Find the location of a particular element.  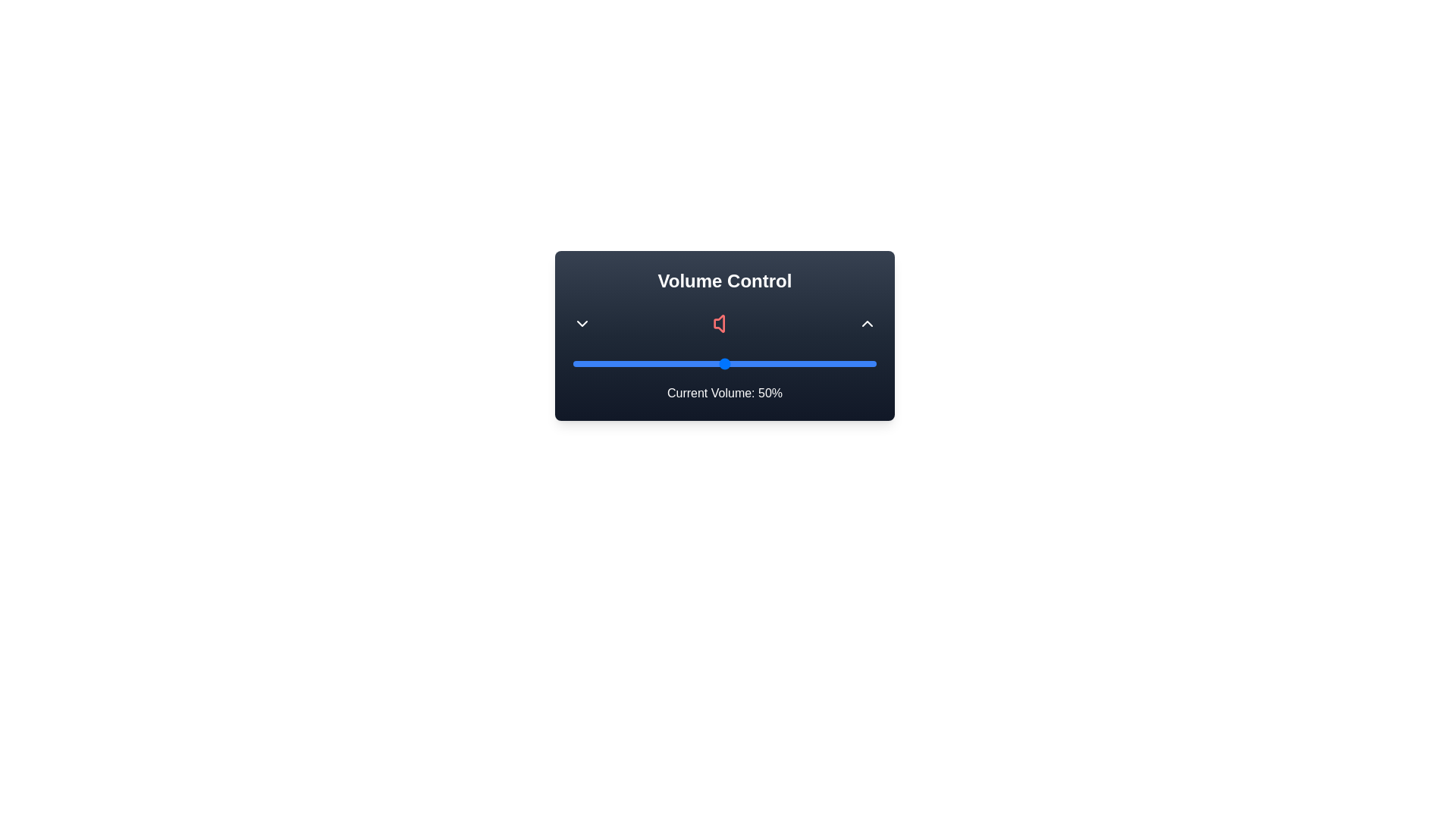

the volume slider to 59% is located at coordinates (752, 363).